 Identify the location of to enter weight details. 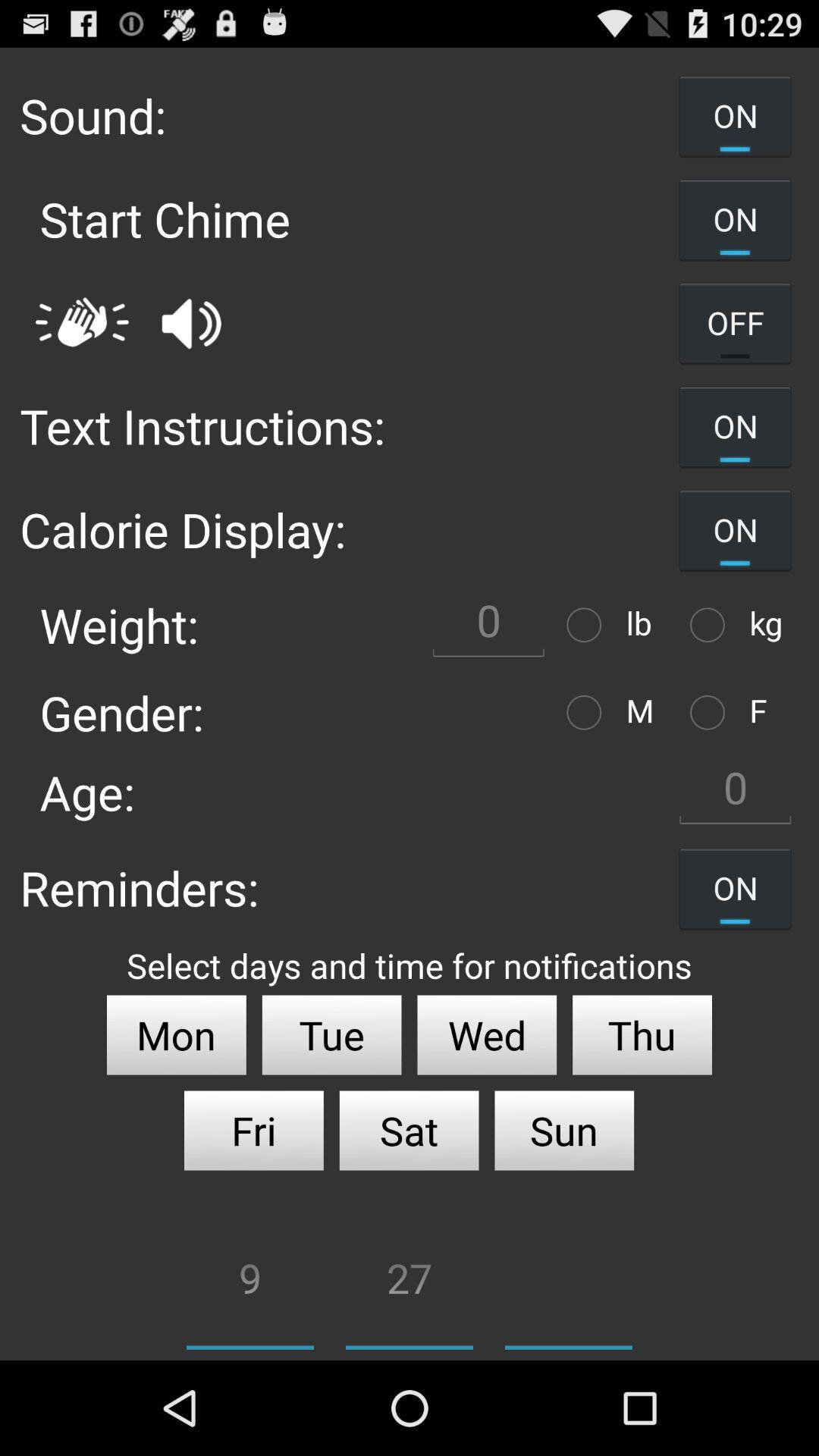
(488, 625).